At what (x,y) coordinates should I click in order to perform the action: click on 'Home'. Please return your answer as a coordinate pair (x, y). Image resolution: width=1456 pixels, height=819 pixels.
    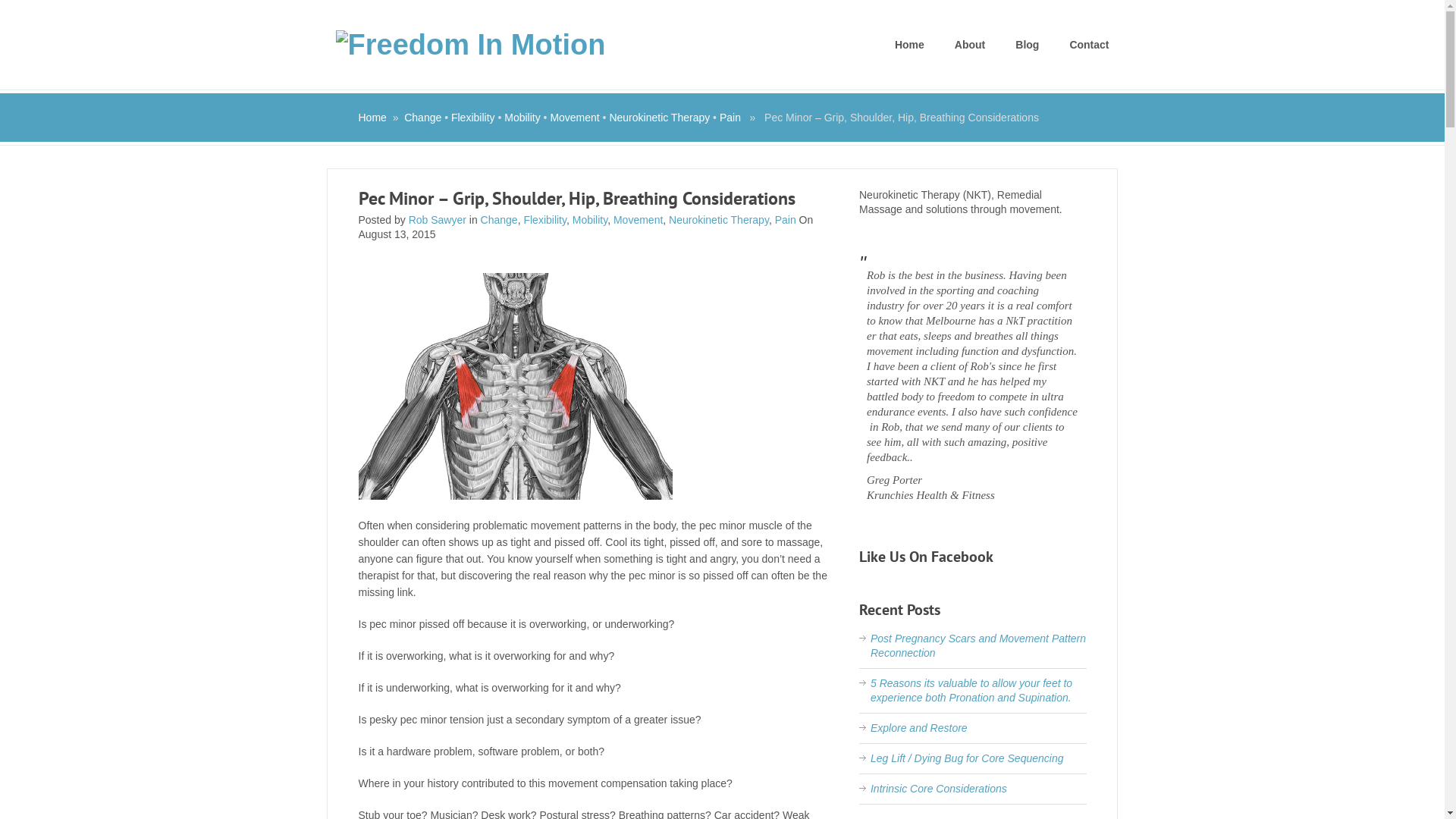
    Looking at the image, I should click on (372, 116).